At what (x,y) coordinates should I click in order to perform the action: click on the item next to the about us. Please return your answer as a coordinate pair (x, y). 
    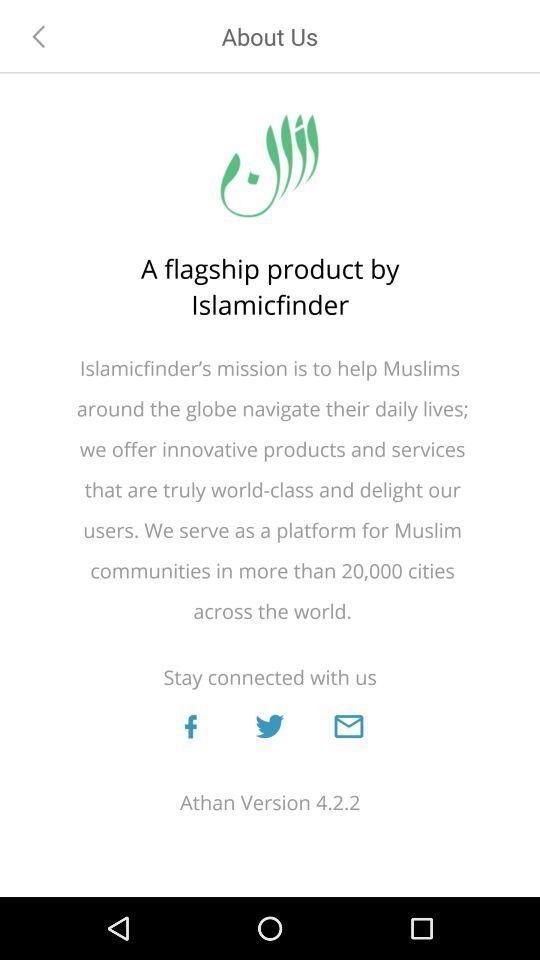
    Looking at the image, I should click on (39, 35).